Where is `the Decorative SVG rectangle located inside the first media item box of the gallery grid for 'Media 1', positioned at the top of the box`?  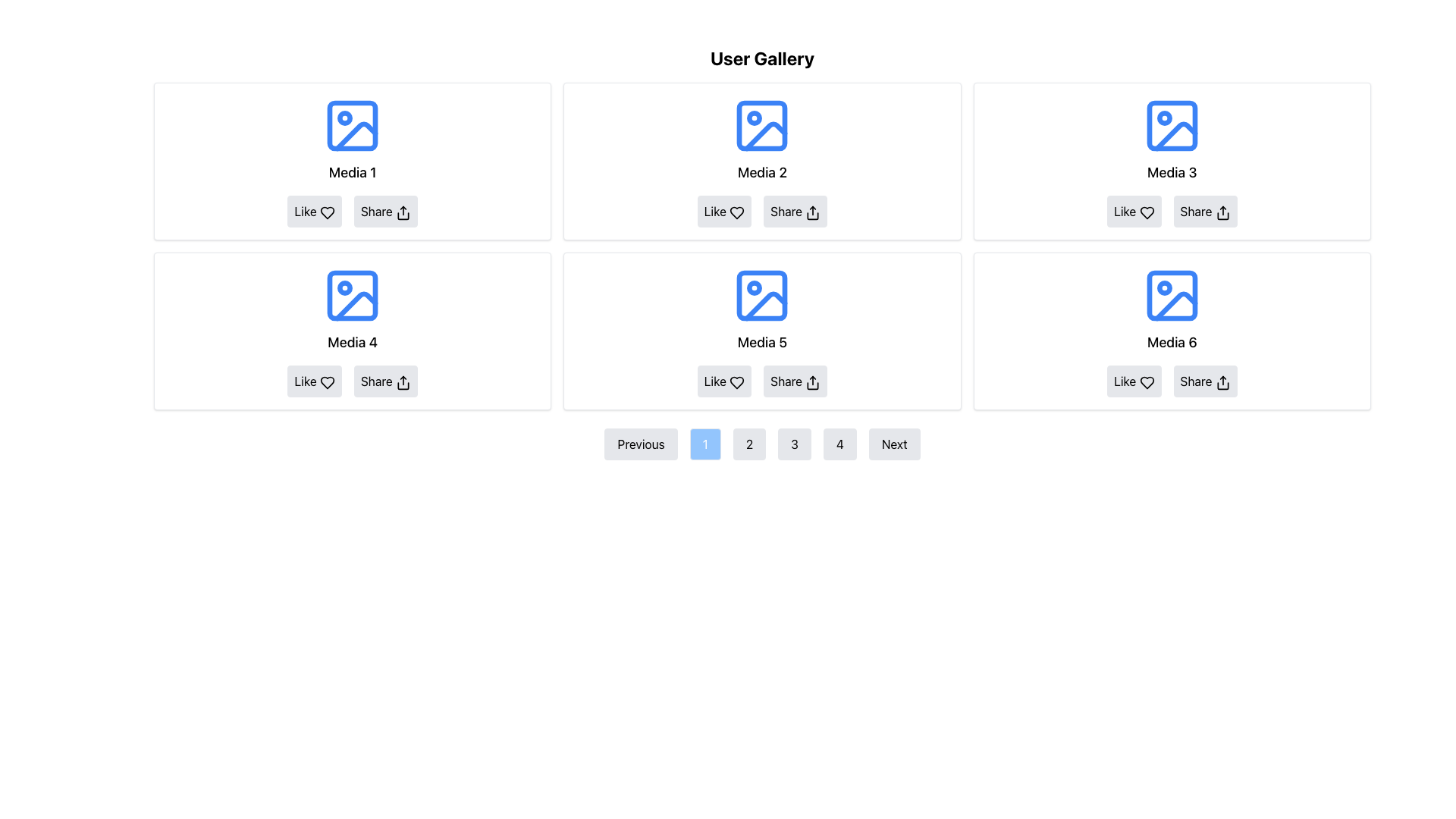 the Decorative SVG rectangle located inside the first media item box of the gallery grid for 'Media 1', positioned at the top of the box is located at coordinates (352, 124).